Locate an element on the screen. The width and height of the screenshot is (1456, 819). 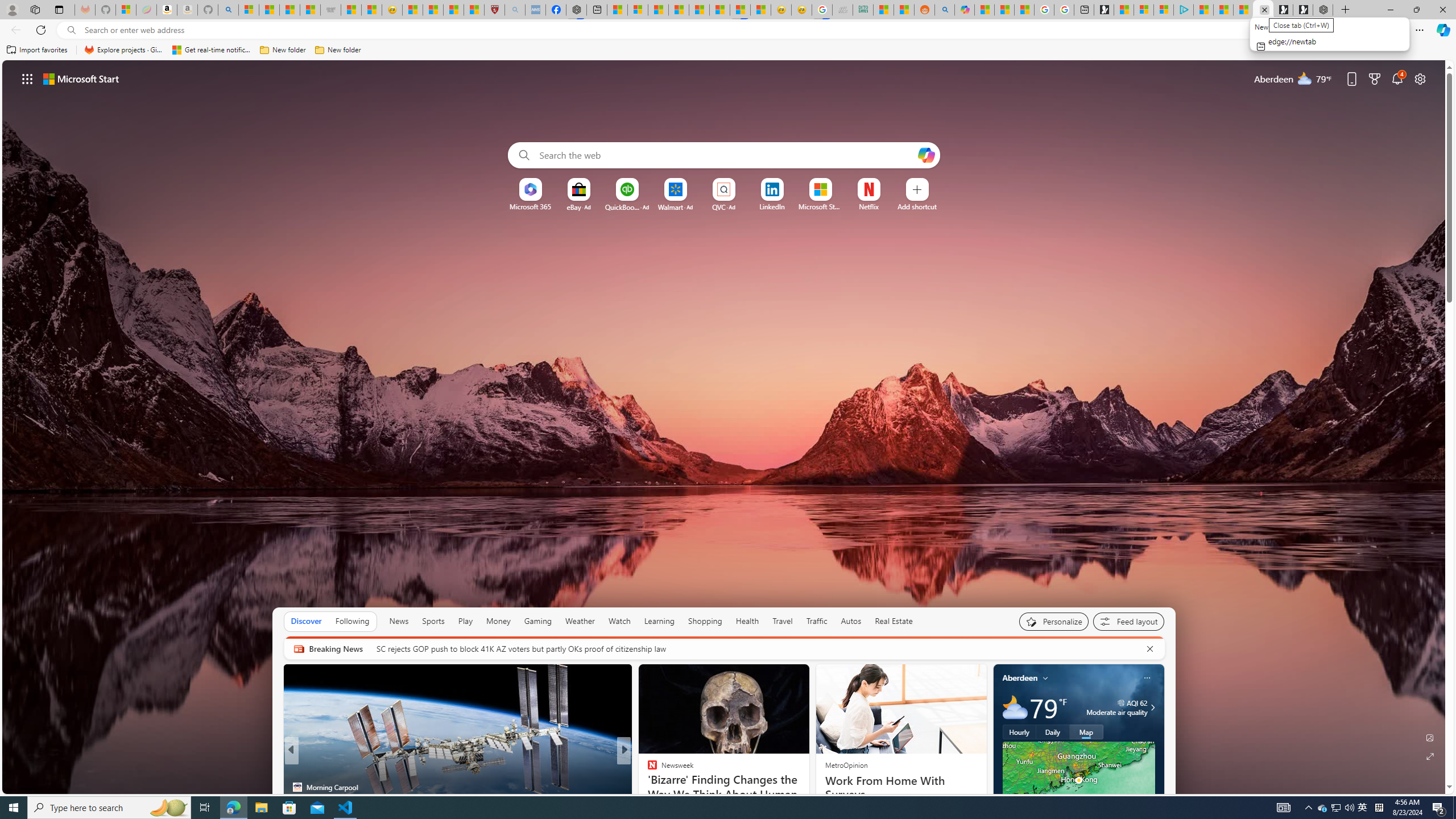
'Utah sues federal government - Search' is located at coordinates (944, 9).